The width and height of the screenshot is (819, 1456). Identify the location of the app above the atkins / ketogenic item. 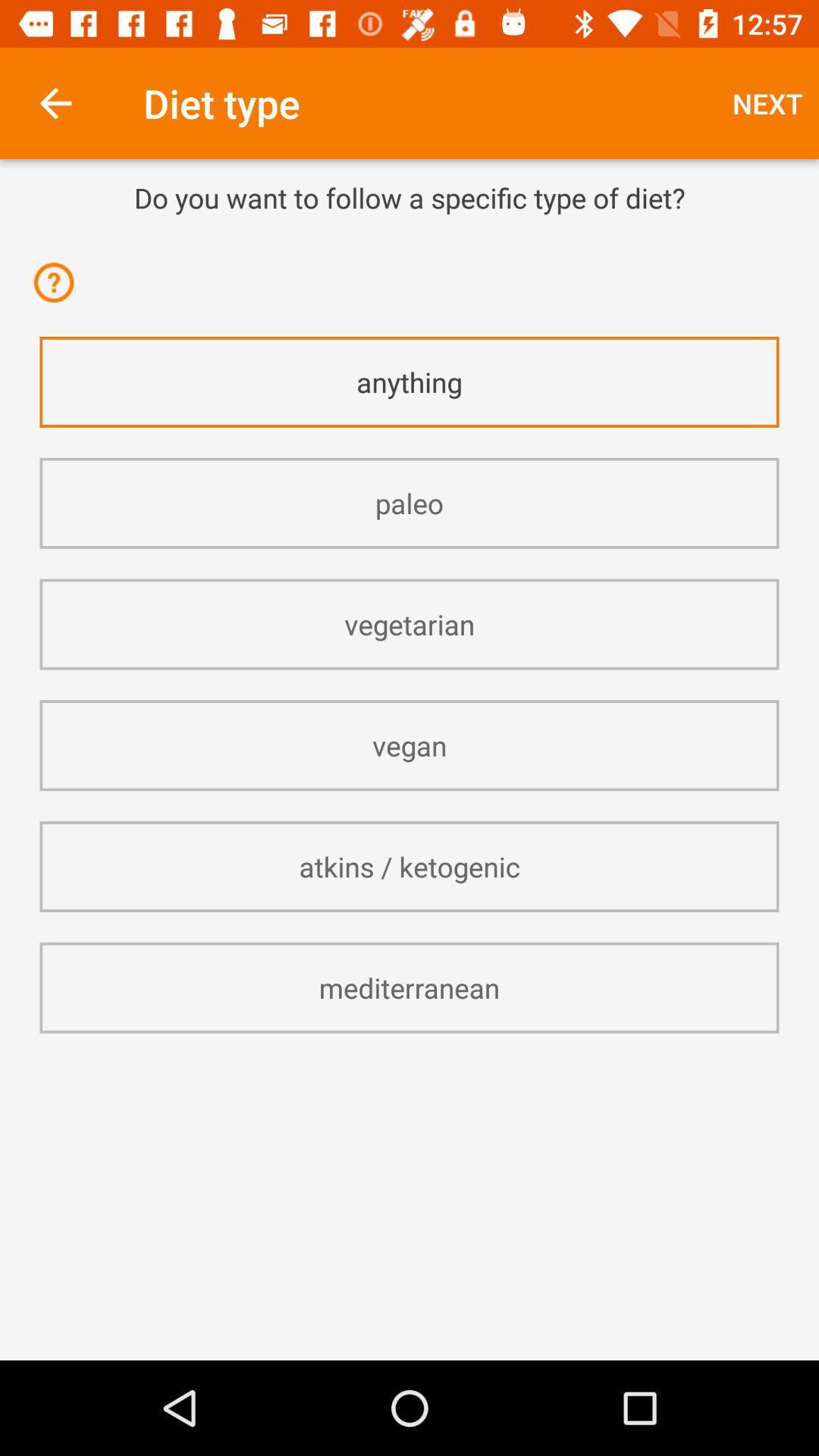
(409, 745).